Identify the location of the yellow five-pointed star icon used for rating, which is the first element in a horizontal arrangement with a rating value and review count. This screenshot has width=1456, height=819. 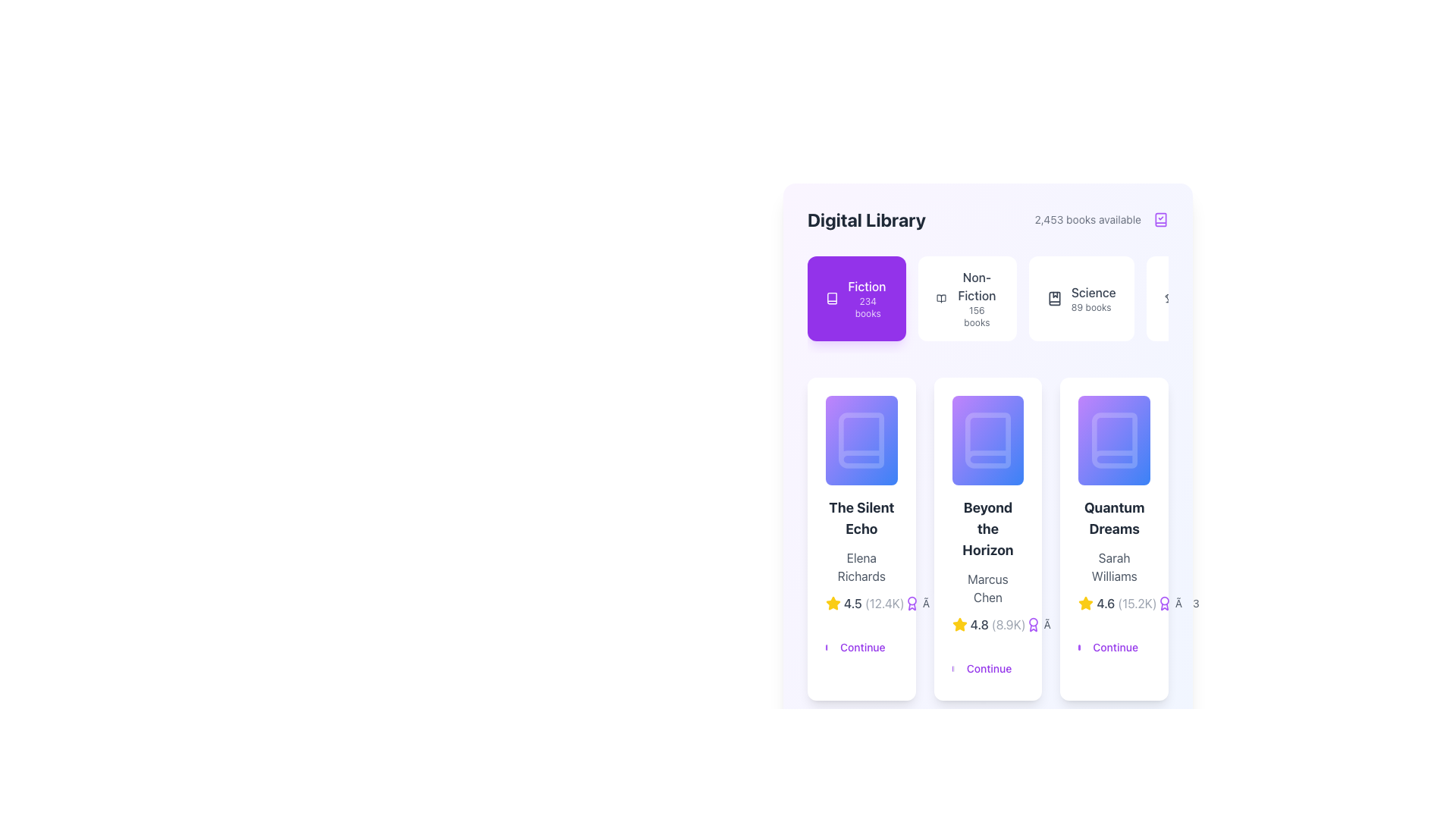
(1085, 603).